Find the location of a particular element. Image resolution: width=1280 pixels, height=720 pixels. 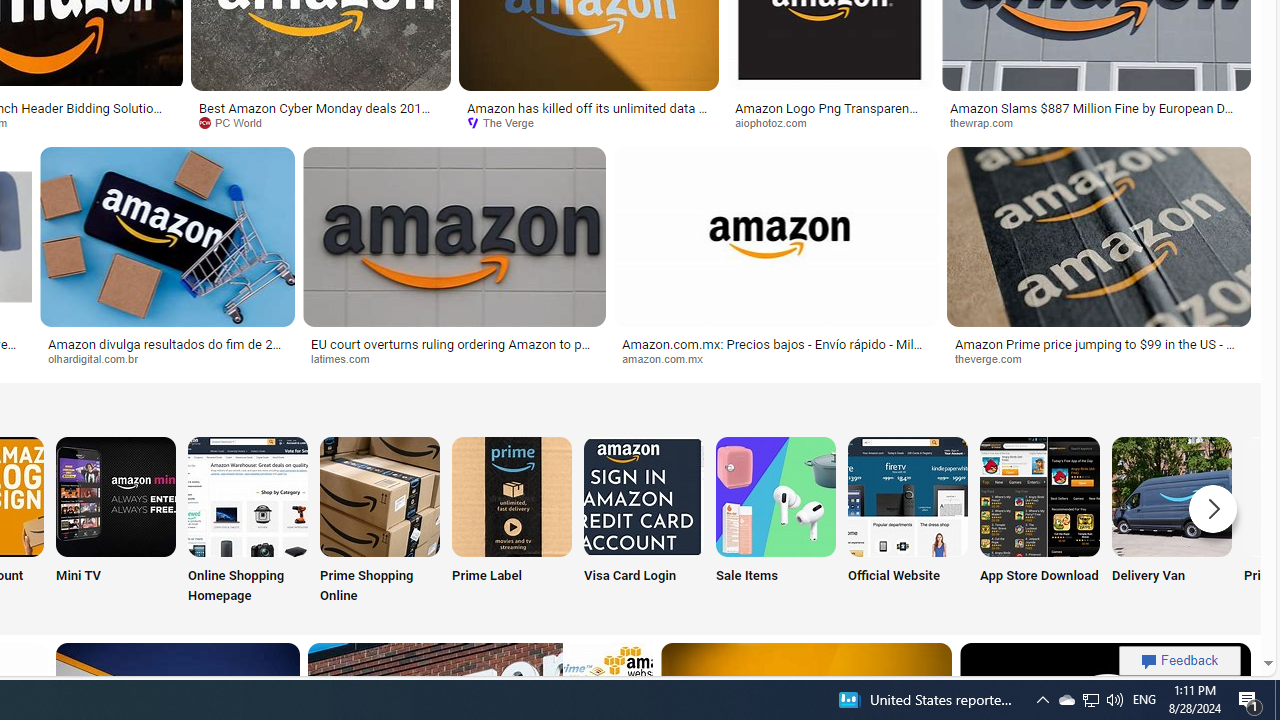

'Sale Items' is located at coordinates (774, 521).